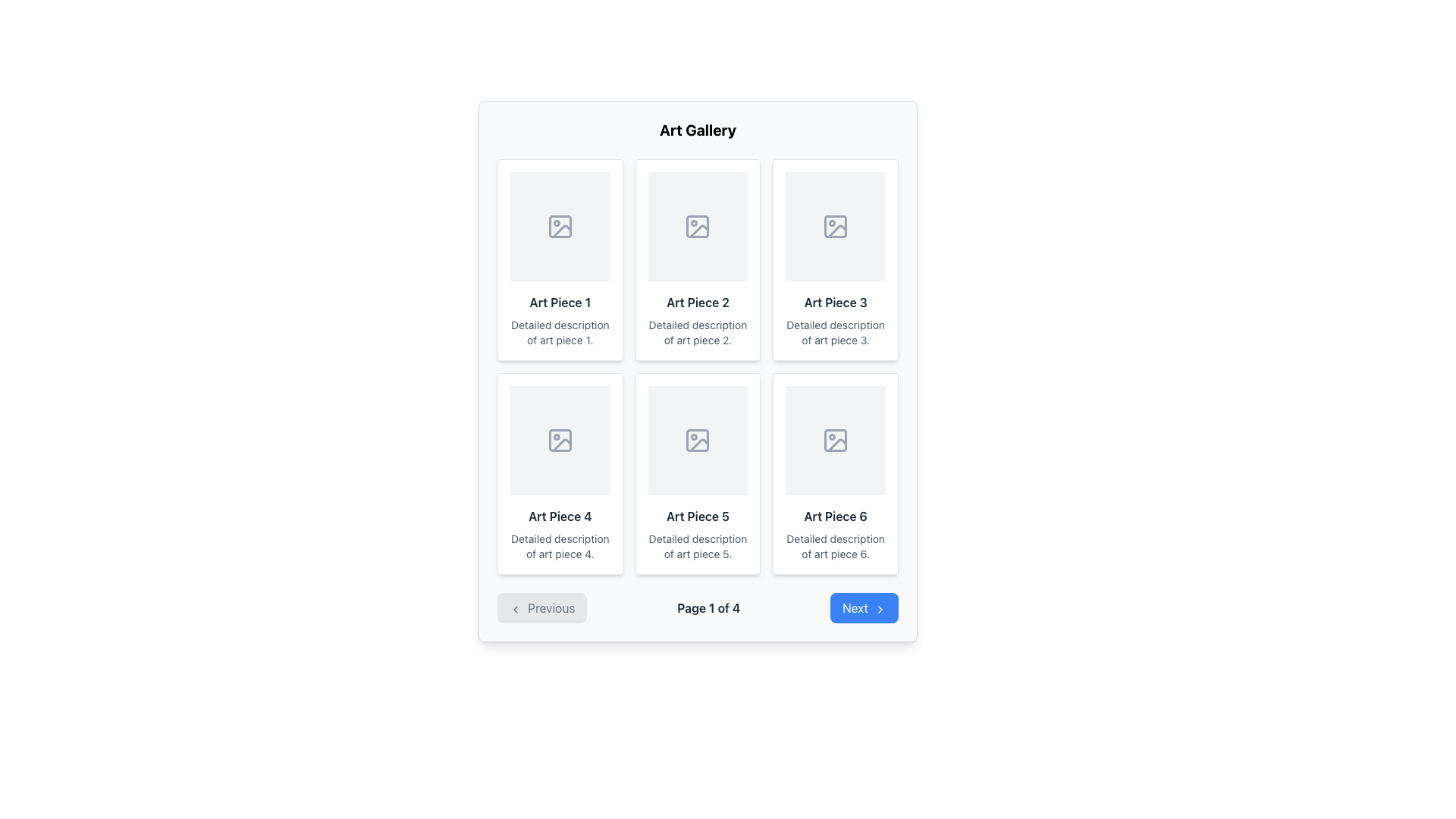 The image size is (1456, 819). What do you see at coordinates (835, 547) in the screenshot?
I see `text displayed in the gray, small-sized font located below the title 'Art Piece 6' at the bottom right of the card` at bounding box center [835, 547].